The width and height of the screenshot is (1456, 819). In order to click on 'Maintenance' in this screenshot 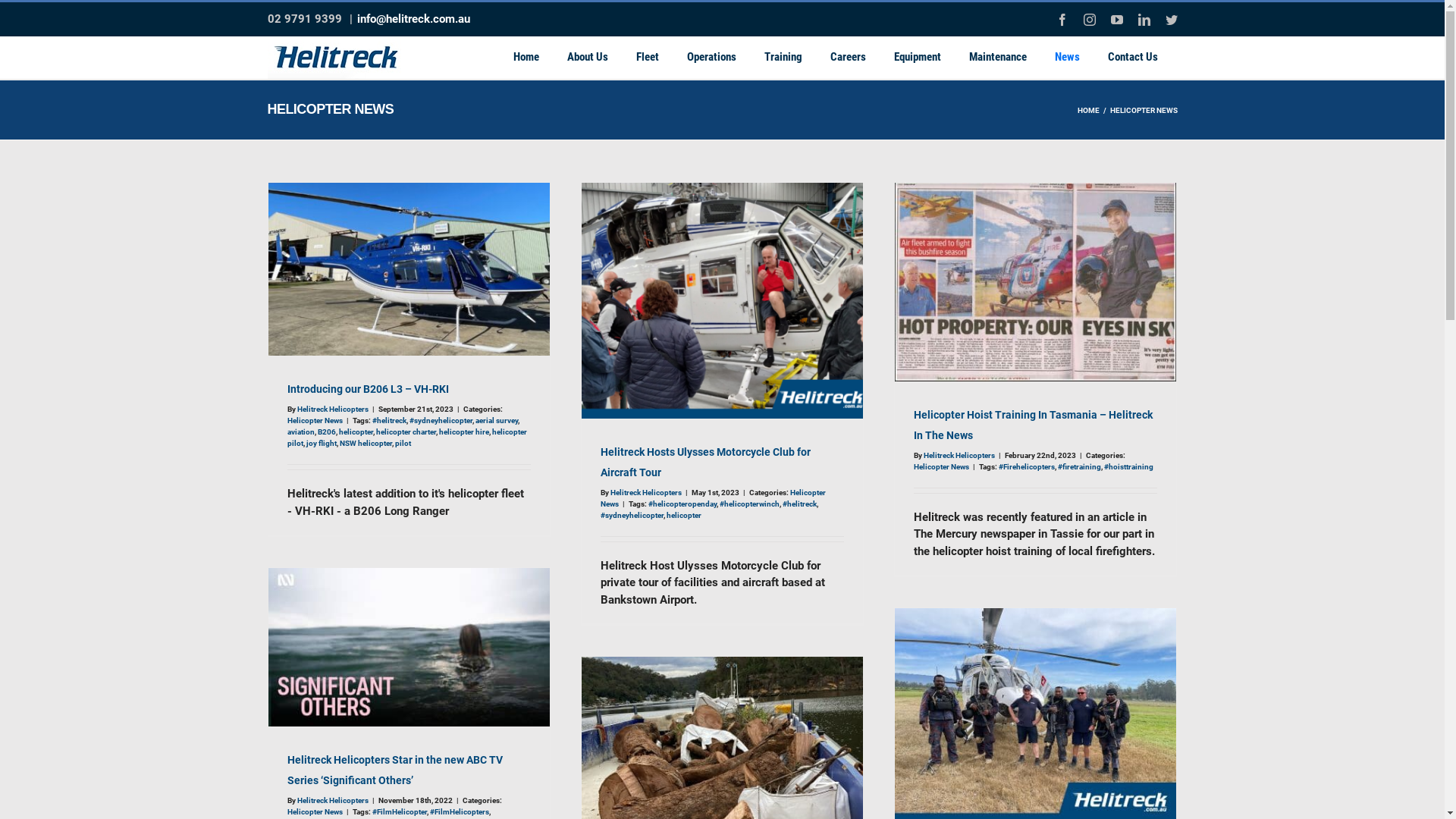, I will do `click(959, 56)`.